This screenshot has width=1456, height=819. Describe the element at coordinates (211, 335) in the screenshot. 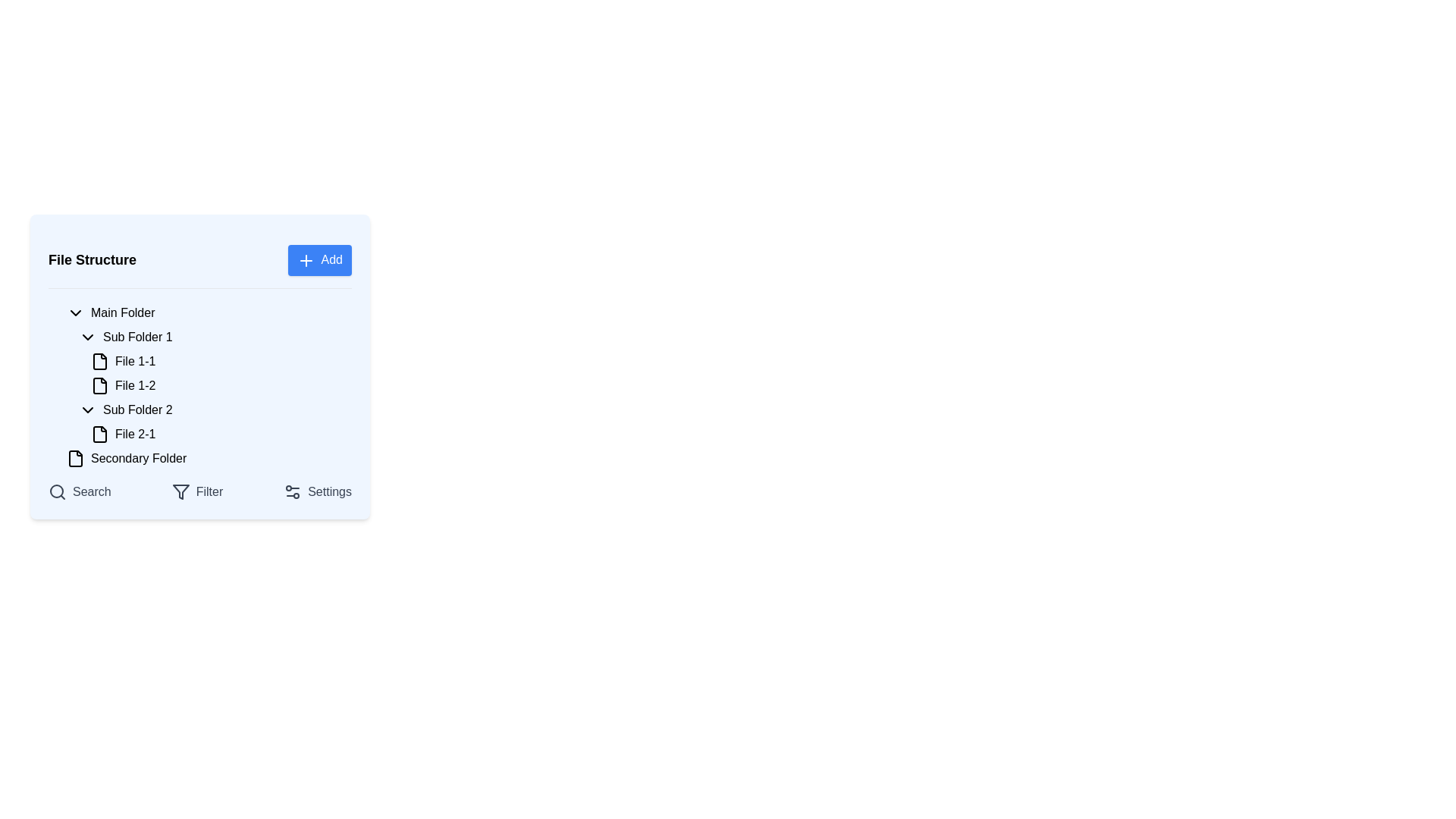

I see `the 'Sub Folder 1' entry in the file structure` at that location.